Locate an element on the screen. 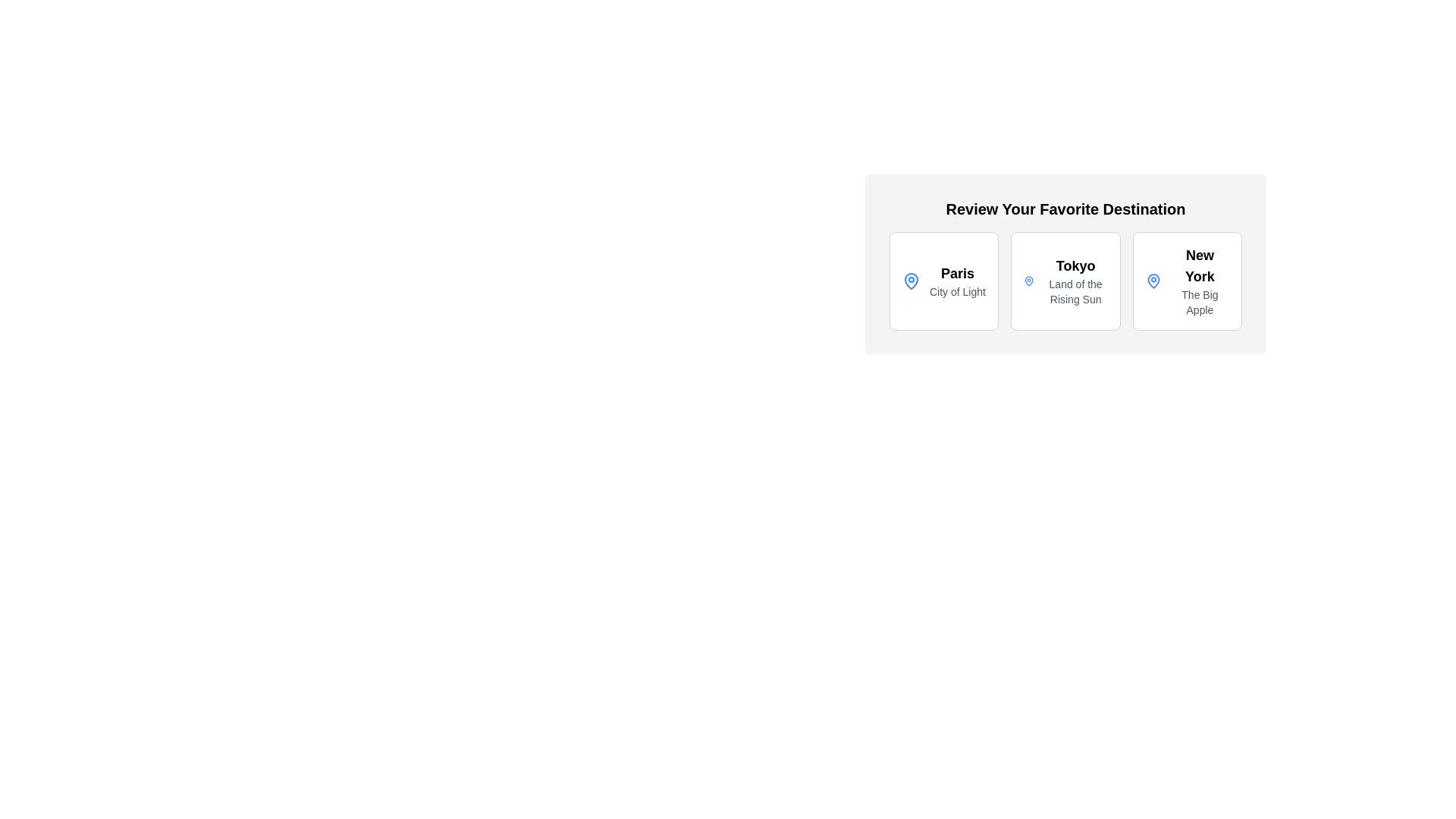 The height and width of the screenshot is (819, 1456). the Text Label located directly below the bold label 'Paris' within the leftmost card of a set of horizontally arranged cards, which provides additional information related to 'Paris' is located at coordinates (956, 292).